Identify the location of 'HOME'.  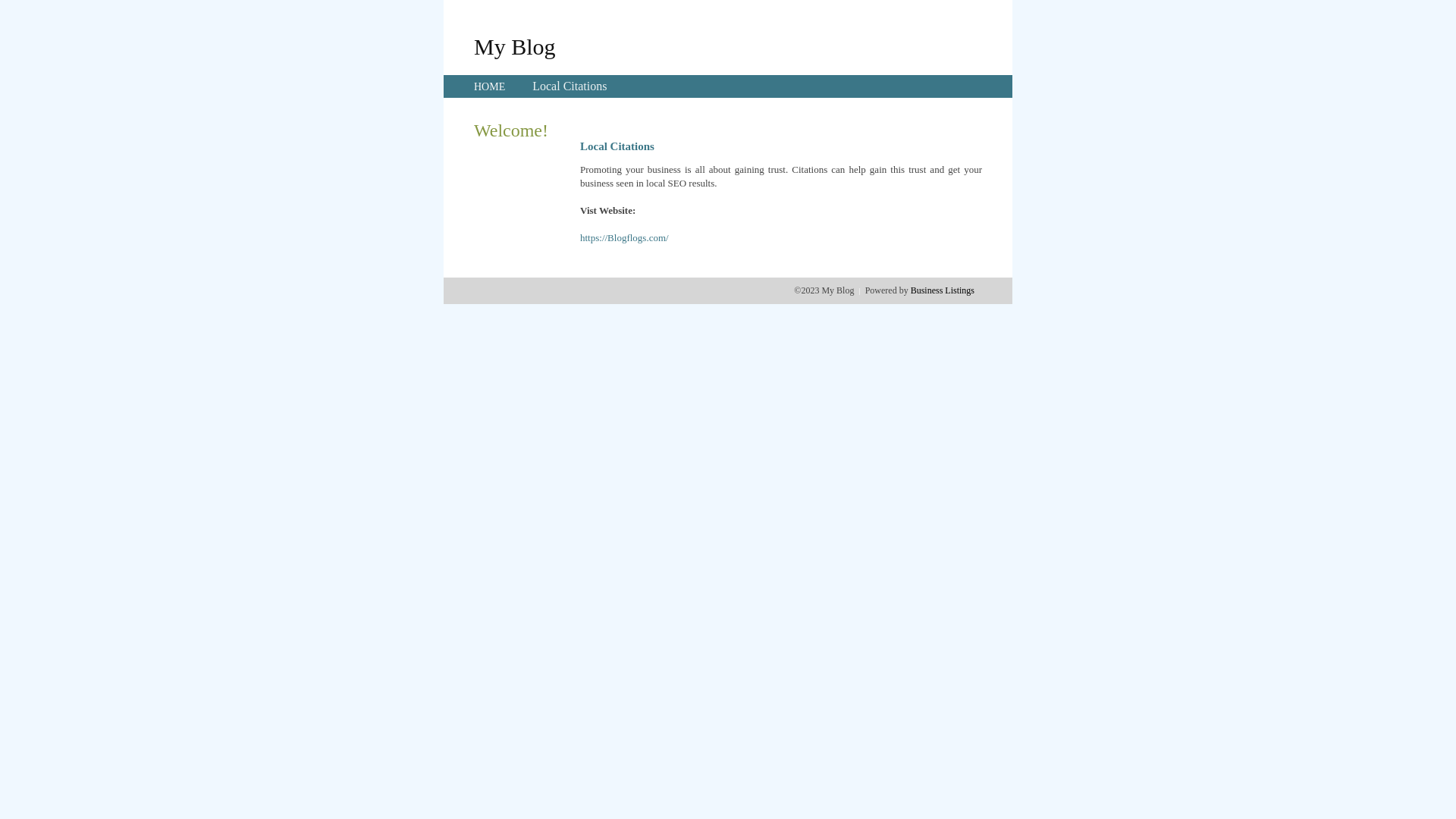
(489, 86).